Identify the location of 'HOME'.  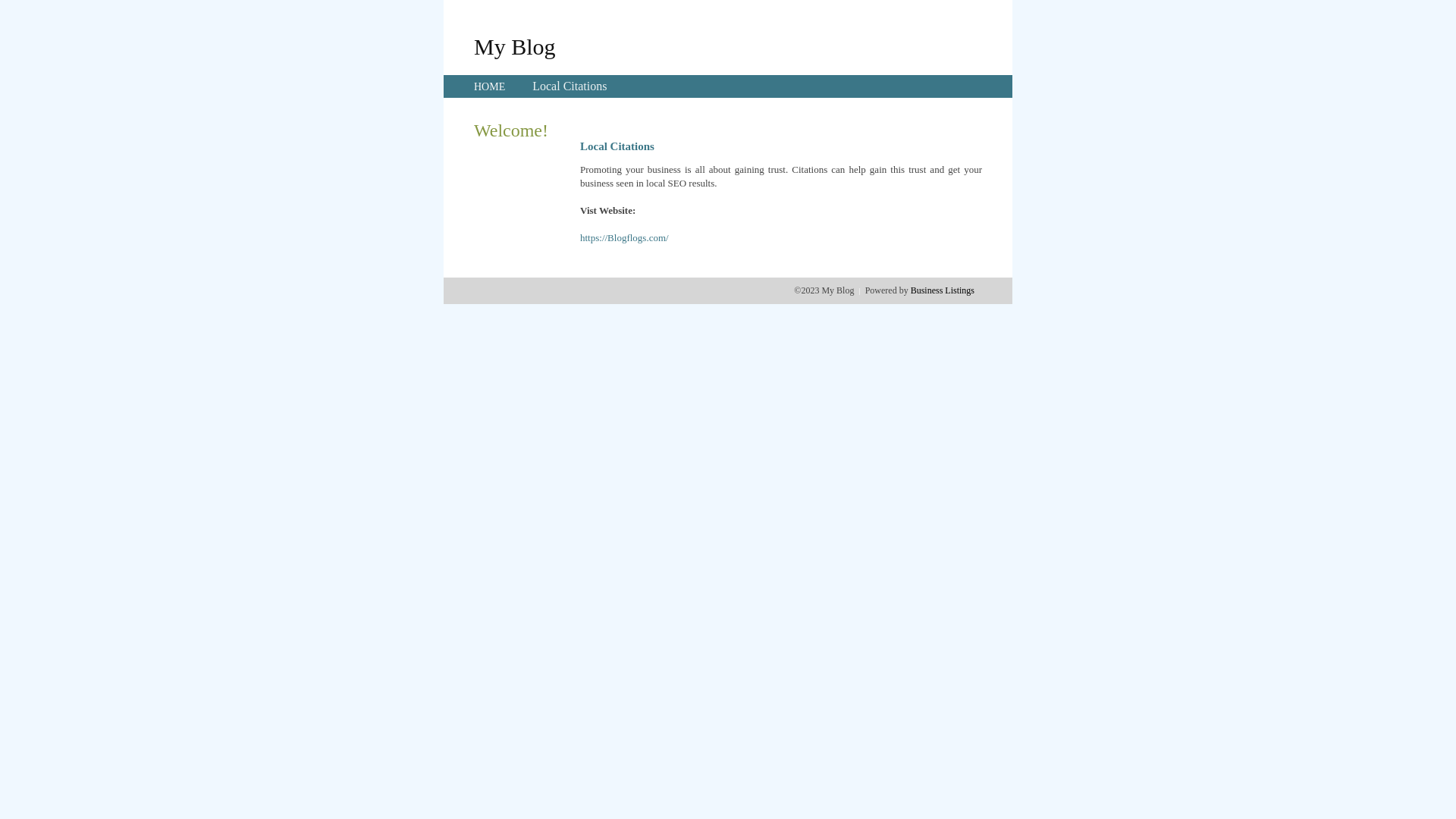
(489, 86).